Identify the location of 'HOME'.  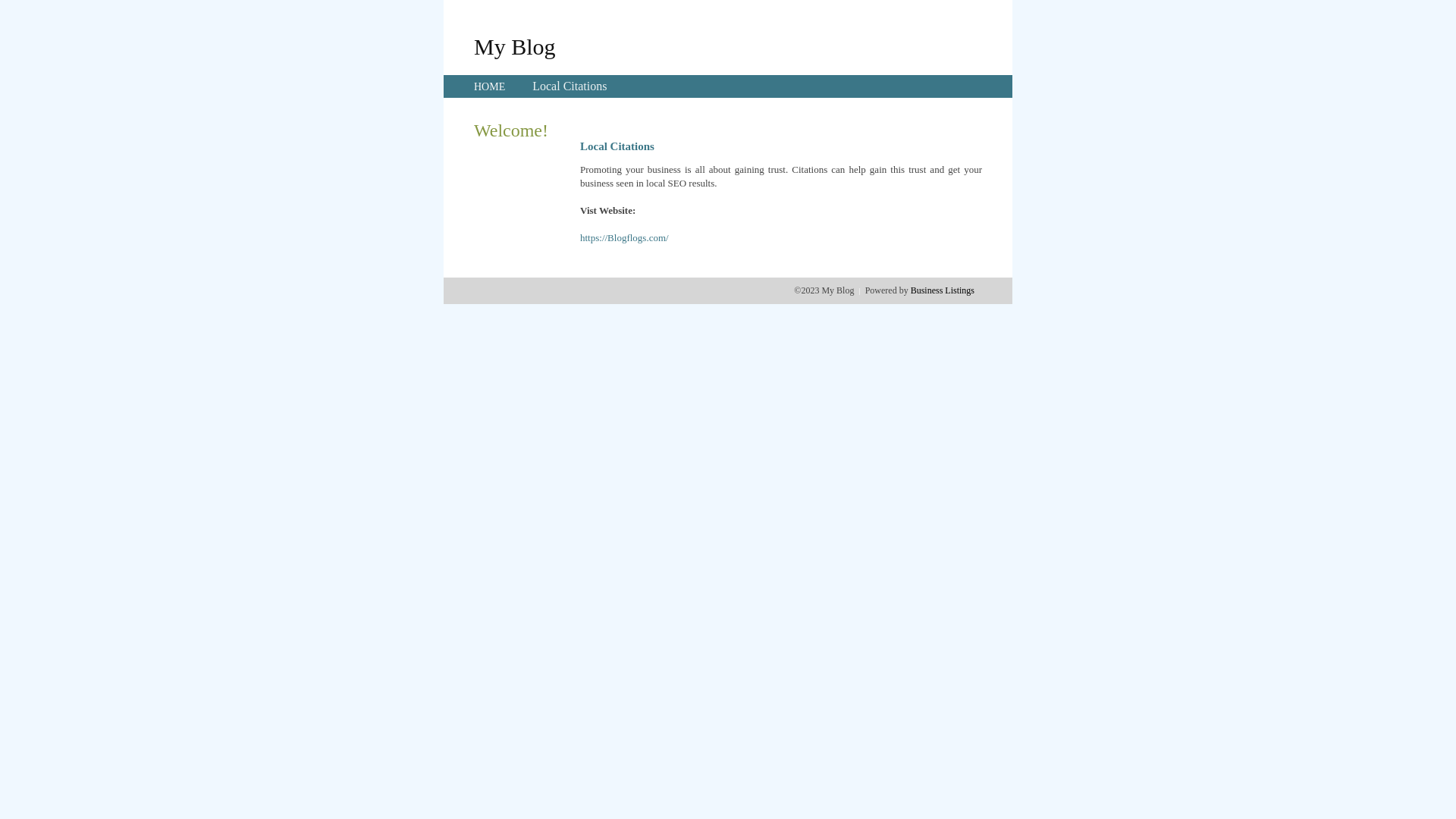
(489, 86).